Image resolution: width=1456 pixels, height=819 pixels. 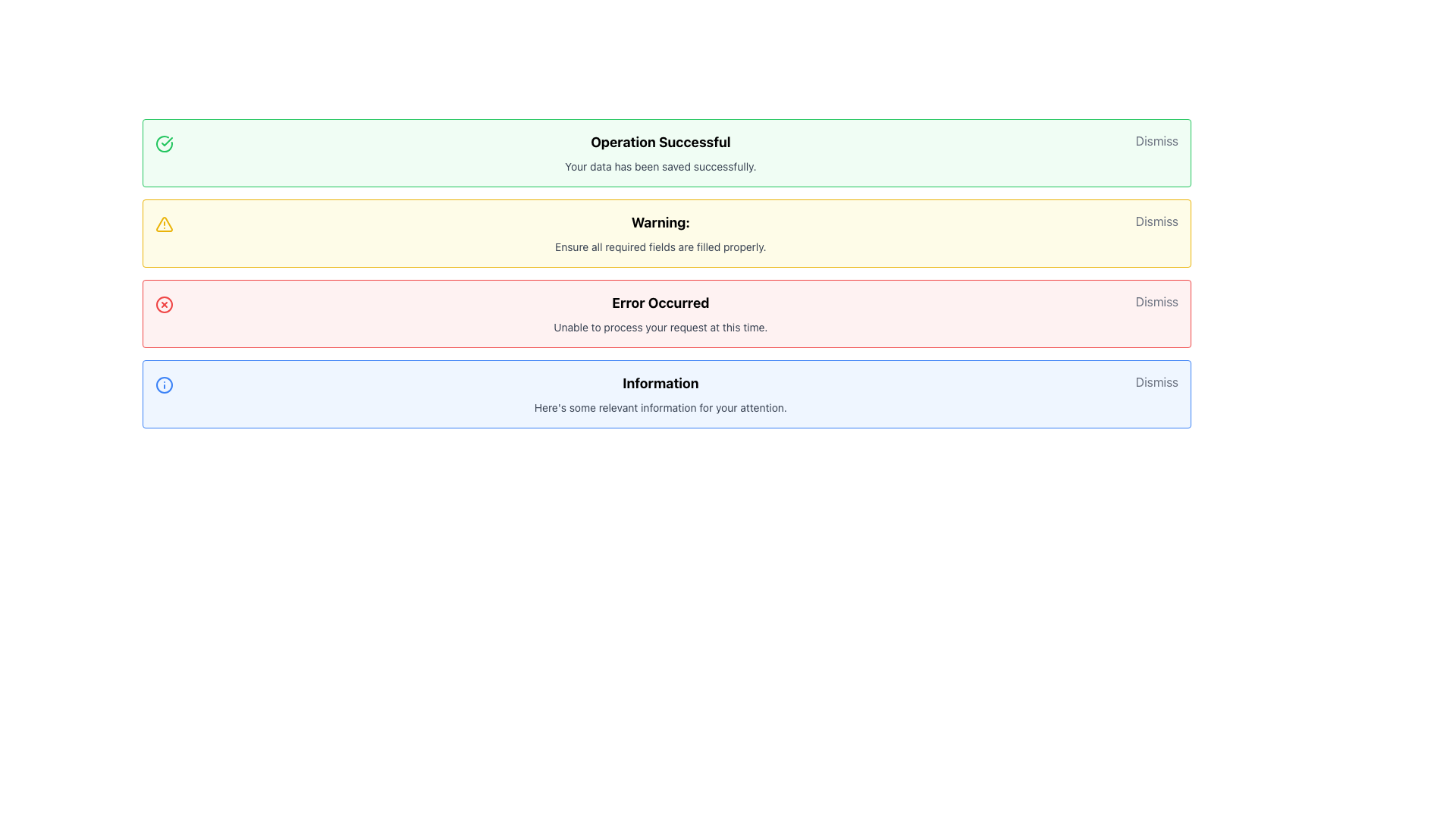 I want to click on the text element that reads 'Here's some relevant information for your attention.' located within the blue box labeled 'Information.', so click(x=661, y=406).